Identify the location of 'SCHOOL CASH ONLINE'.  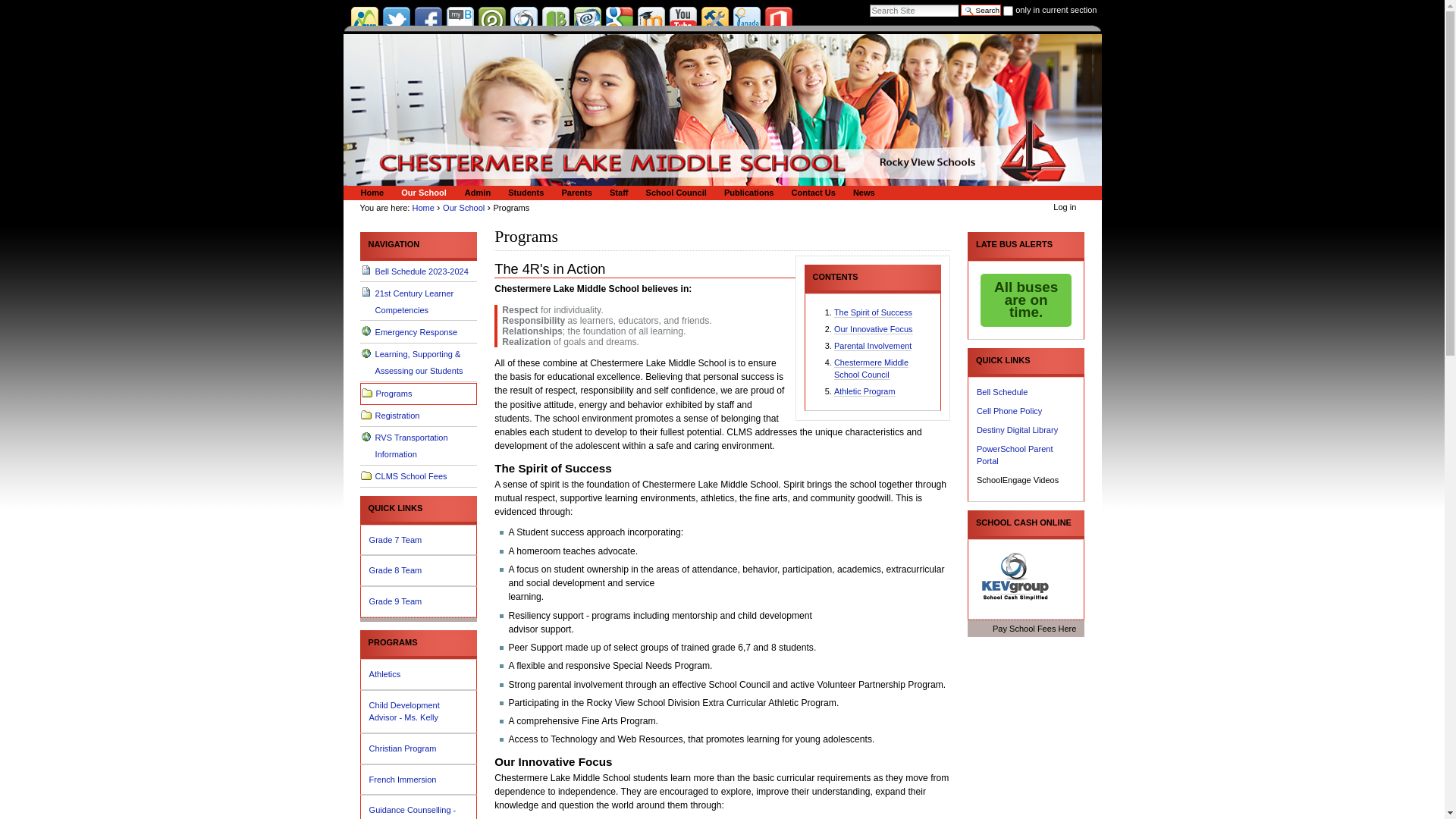
(1026, 522).